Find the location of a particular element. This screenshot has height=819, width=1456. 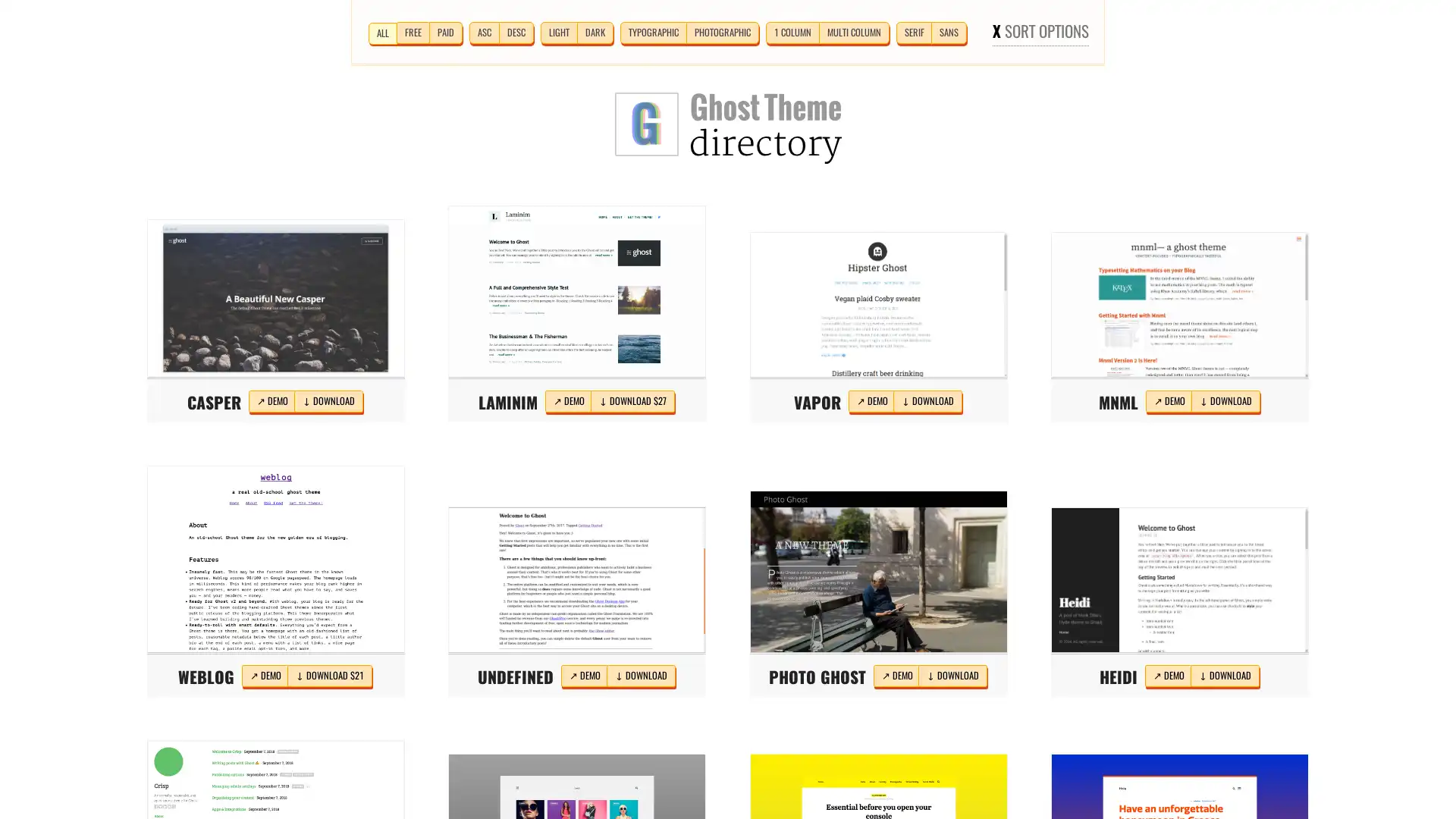

MULTI COLUMN is located at coordinates (853, 32).